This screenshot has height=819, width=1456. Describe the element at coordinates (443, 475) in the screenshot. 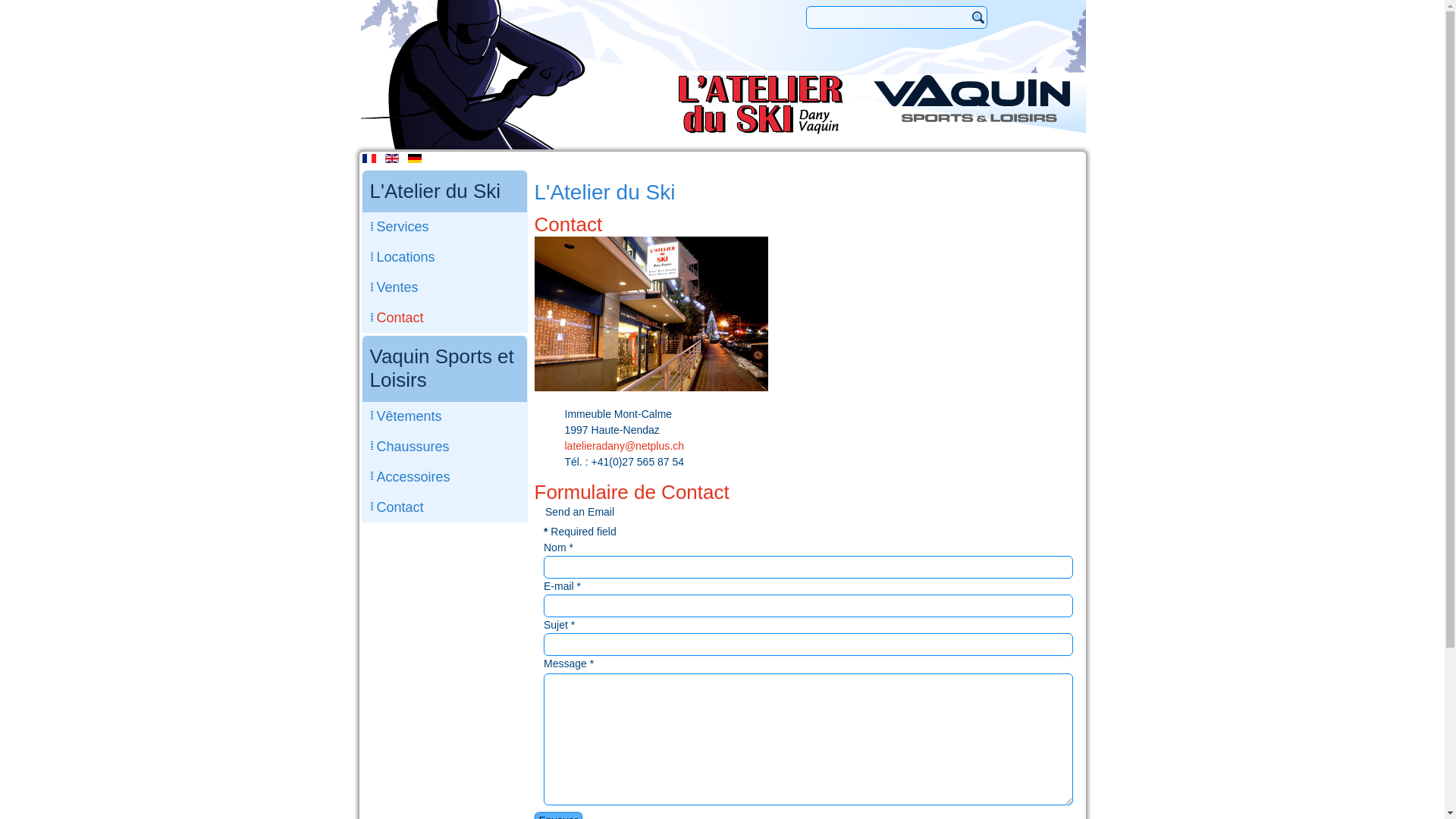

I see `'Accessoires'` at that location.